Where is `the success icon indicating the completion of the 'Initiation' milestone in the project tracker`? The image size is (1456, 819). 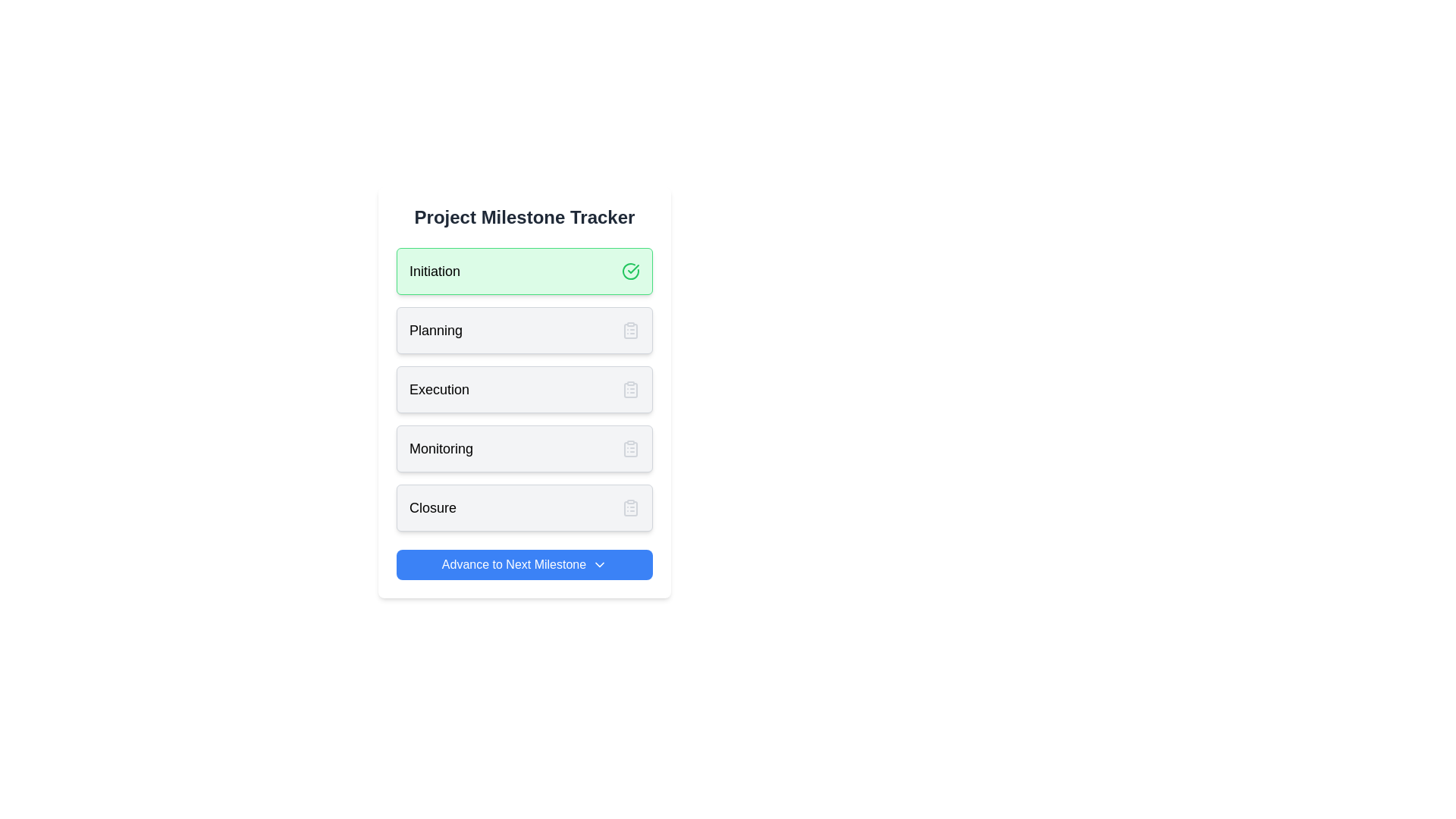
the success icon indicating the completion of the 'Initiation' milestone in the project tracker is located at coordinates (630, 271).